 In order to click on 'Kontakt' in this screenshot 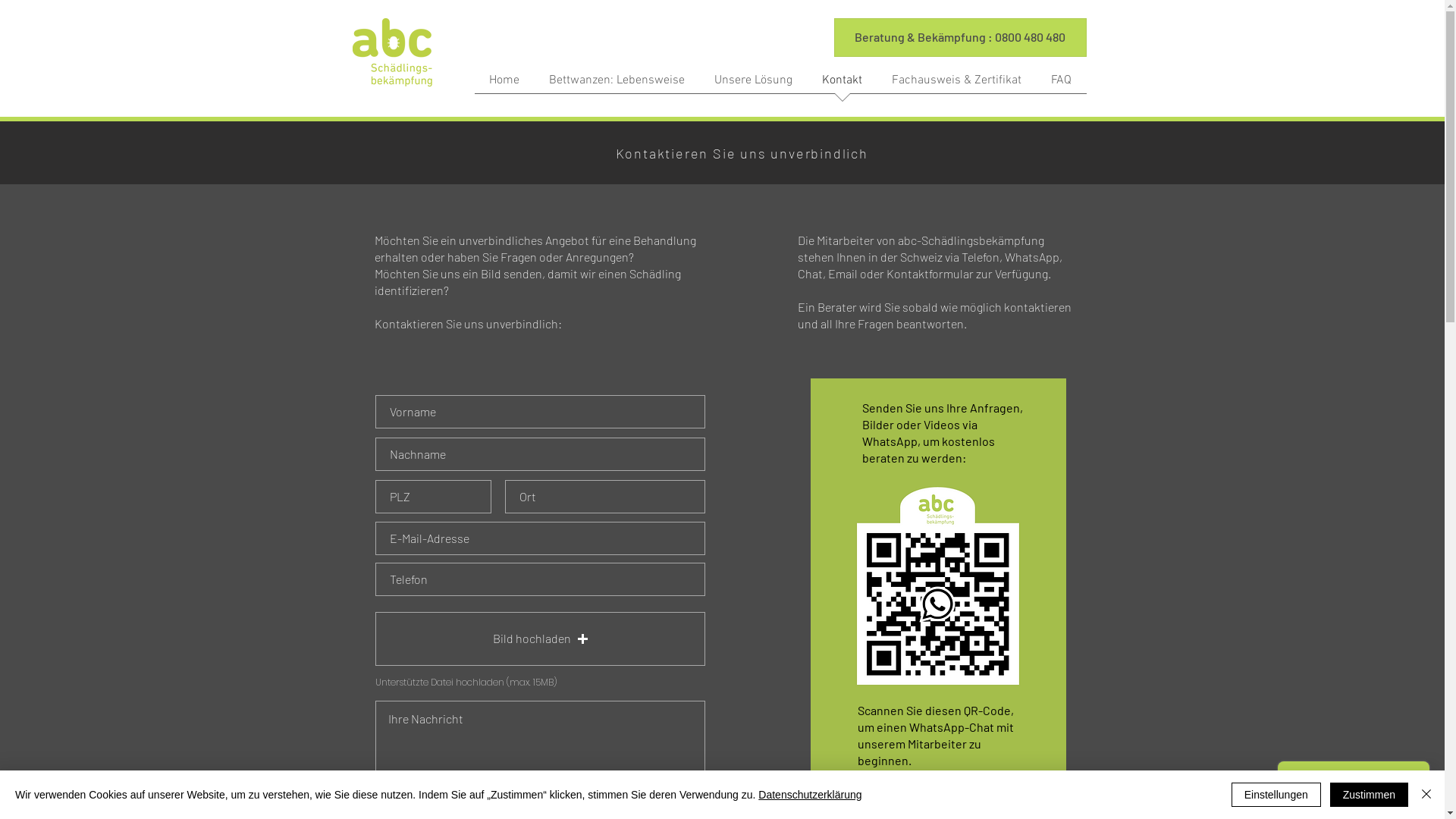, I will do `click(840, 85)`.